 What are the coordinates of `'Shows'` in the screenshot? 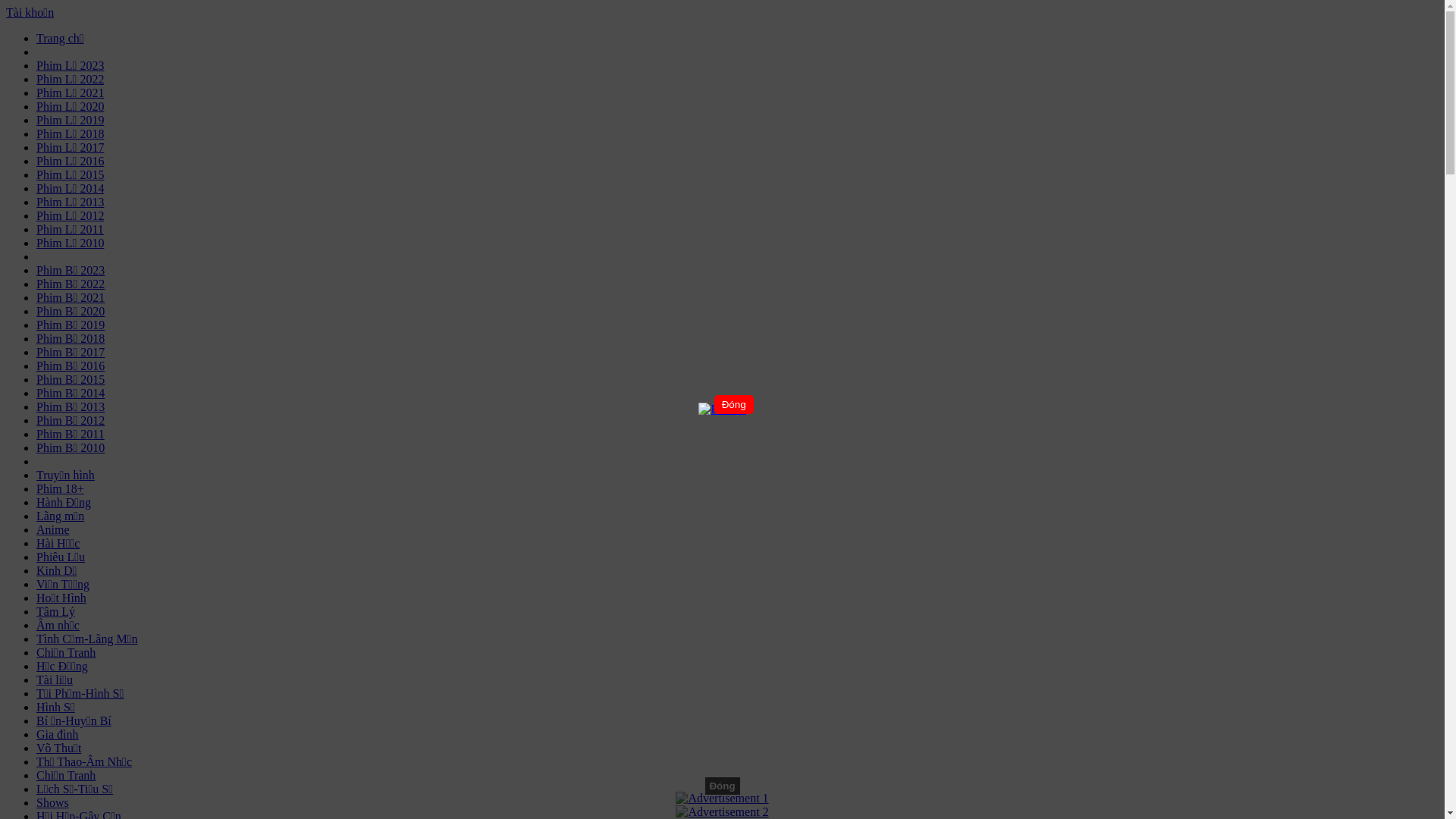 It's located at (52, 802).